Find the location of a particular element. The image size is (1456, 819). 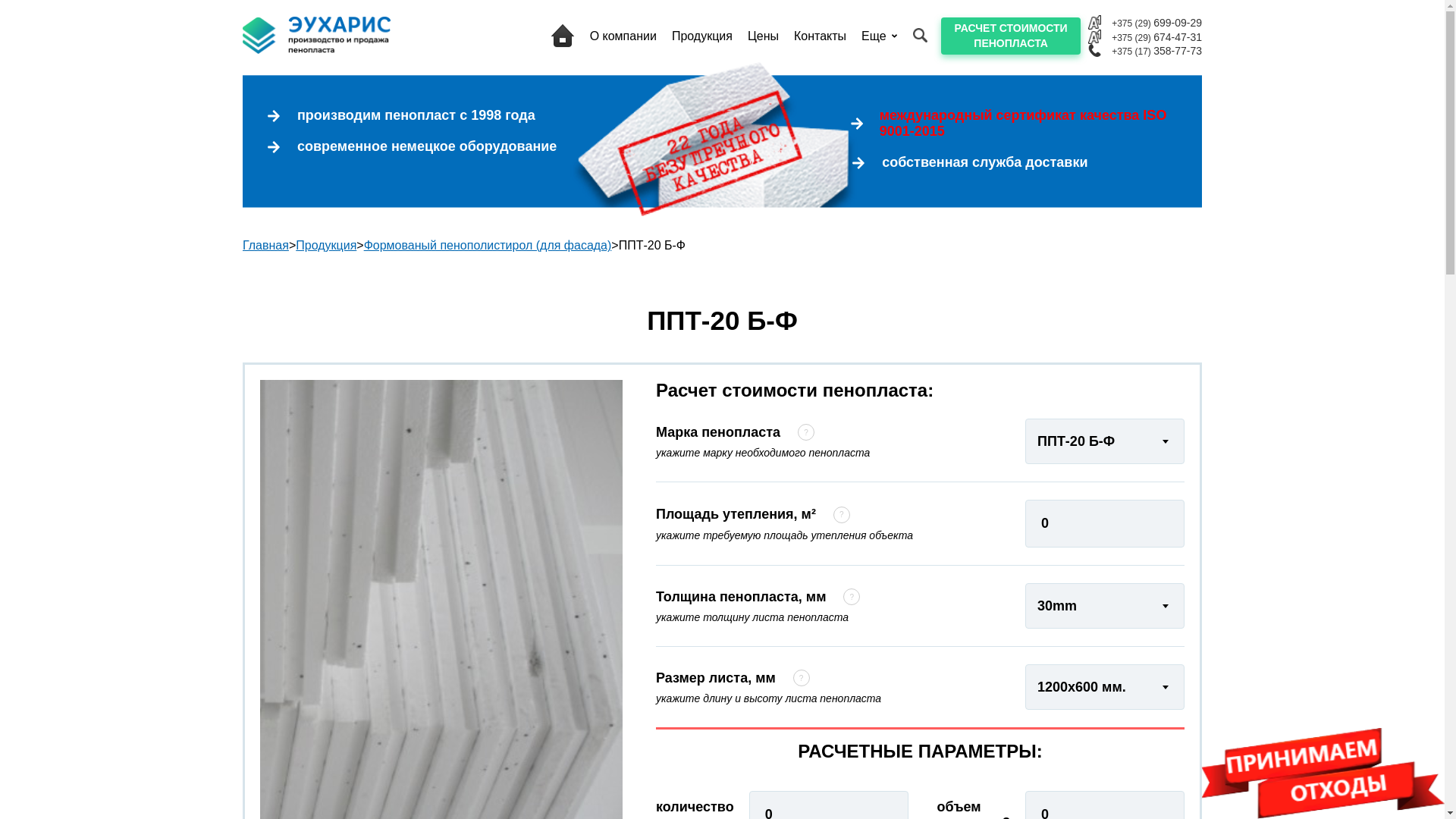

'+375 (29) 699-09-29' is located at coordinates (1151, 23).